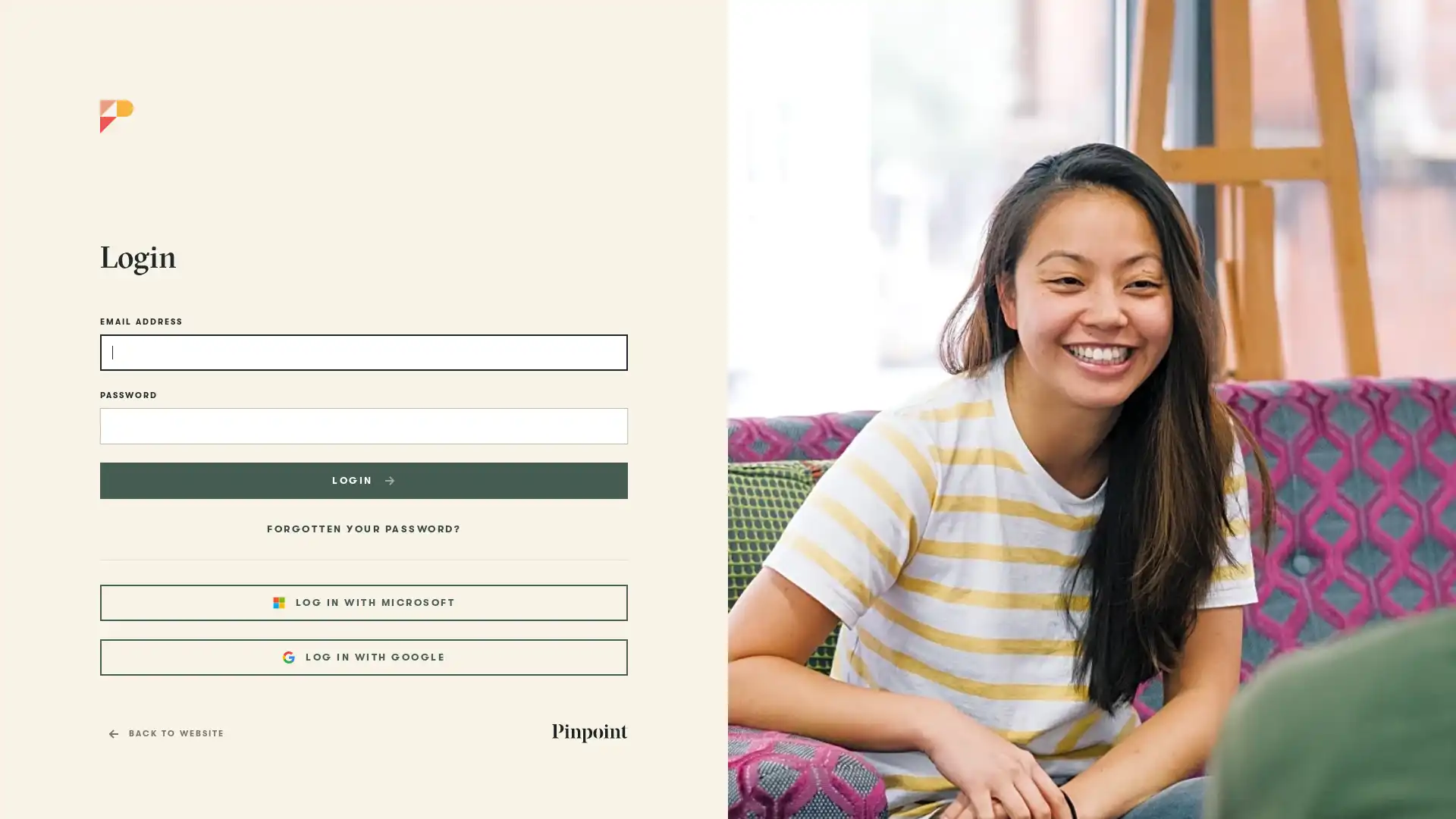 Image resolution: width=1456 pixels, height=819 pixels. Describe the element at coordinates (362, 529) in the screenshot. I see `FORGOTTEN YOUR PASSWORD?` at that location.